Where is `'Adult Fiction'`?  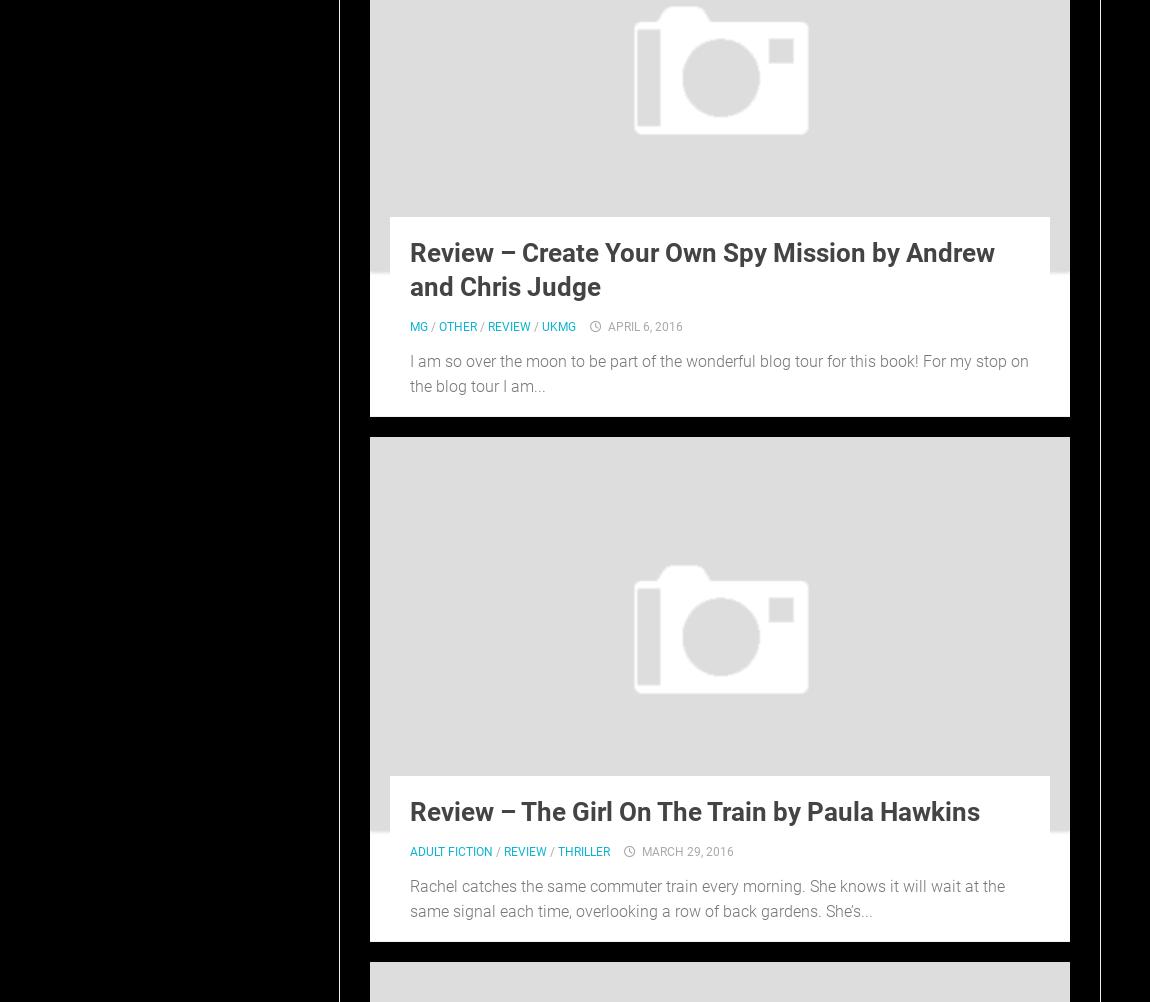 'Adult Fiction' is located at coordinates (451, 850).